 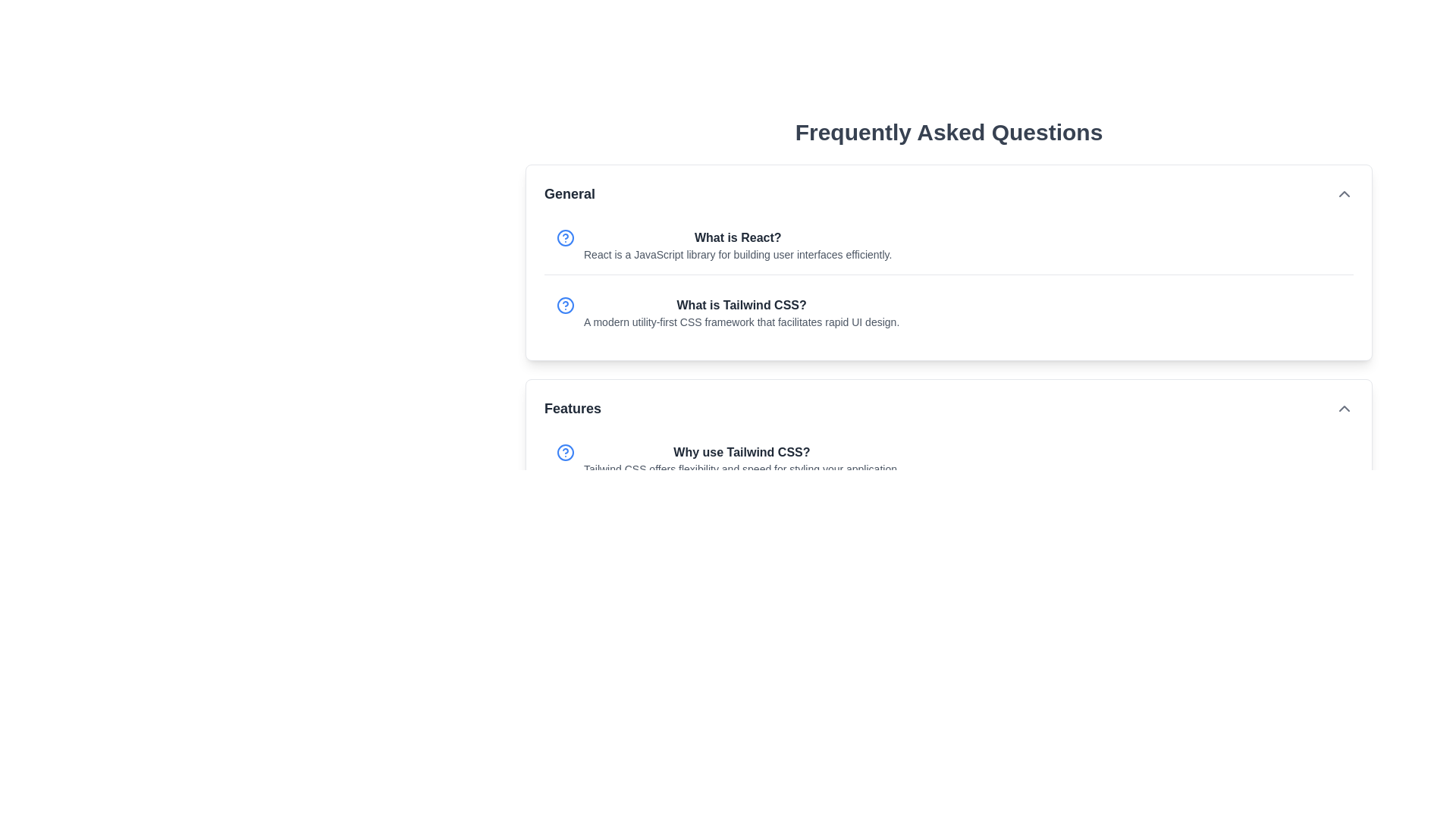 What do you see at coordinates (572, 408) in the screenshot?
I see `the bold and prominent text label displaying 'Features', which is styled with a large font size and dark gray color, located within a collapsible list item` at bounding box center [572, 408].